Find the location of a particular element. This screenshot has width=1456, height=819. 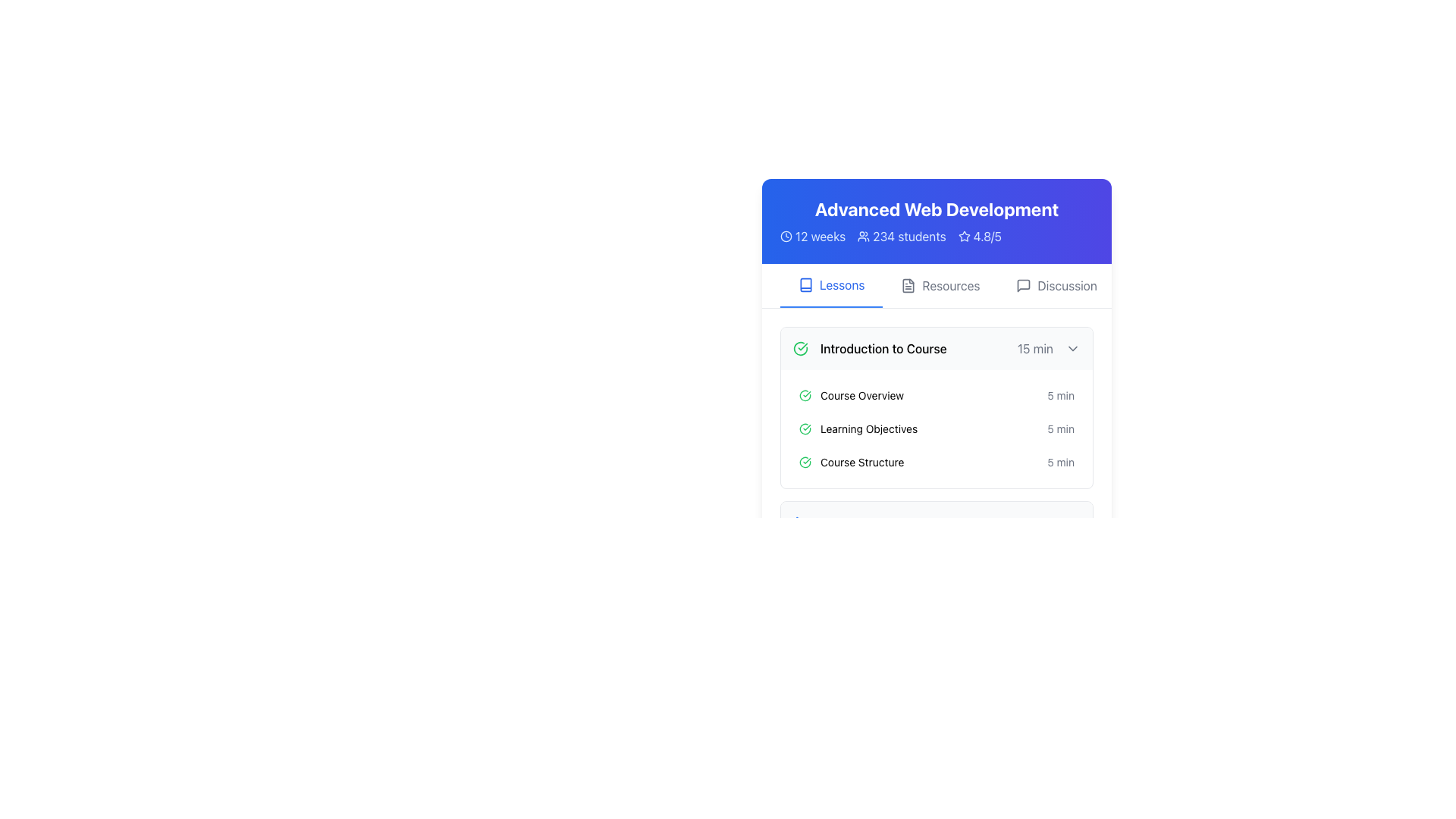

the first list item labeled 'Course Overview' with a green checkmark in the course navigation menu is located at coordinates (936, 394).